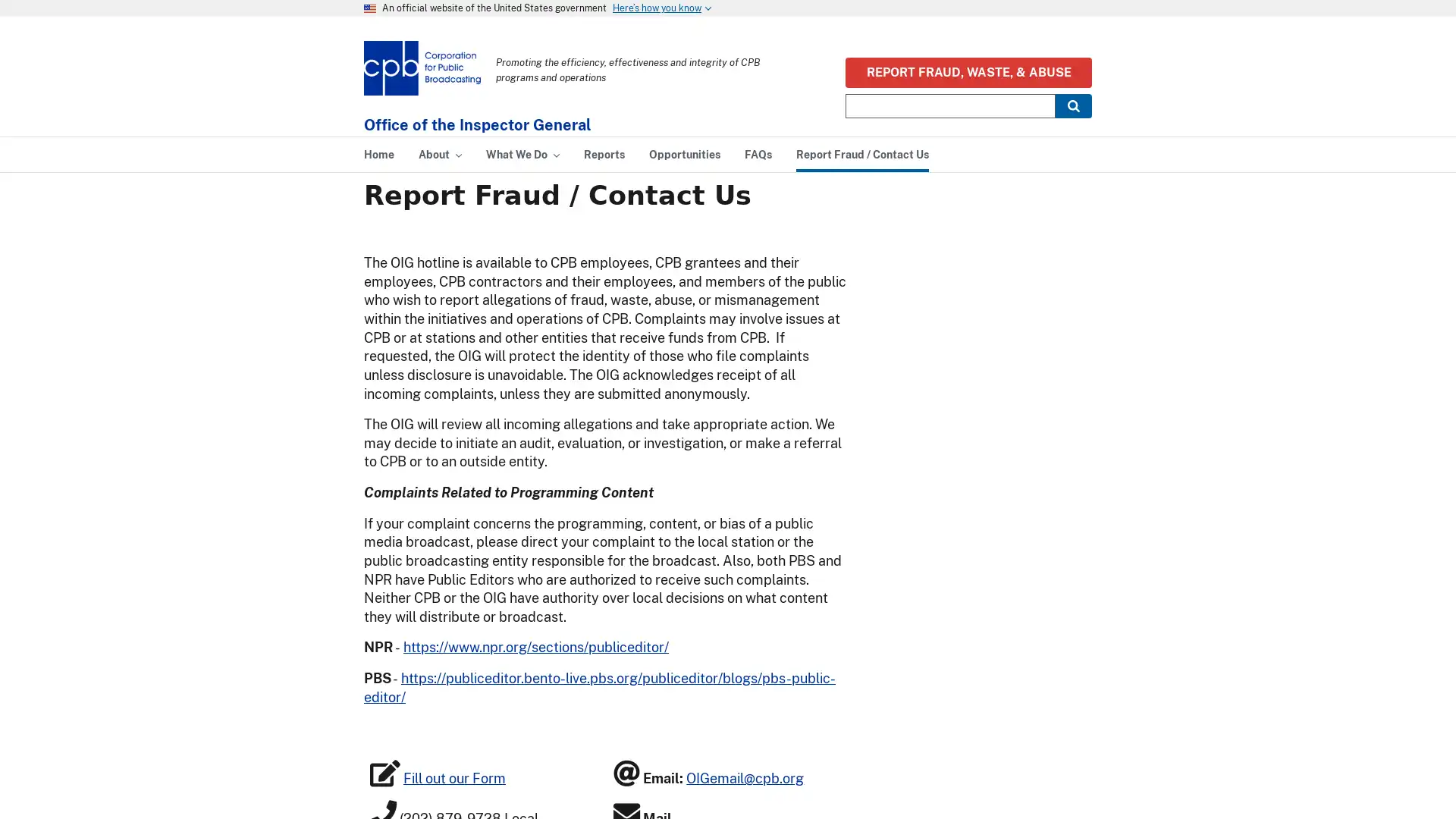  Describe the element at coordinates (522, 155) in the screenshot. I see `What We Do` at that location.